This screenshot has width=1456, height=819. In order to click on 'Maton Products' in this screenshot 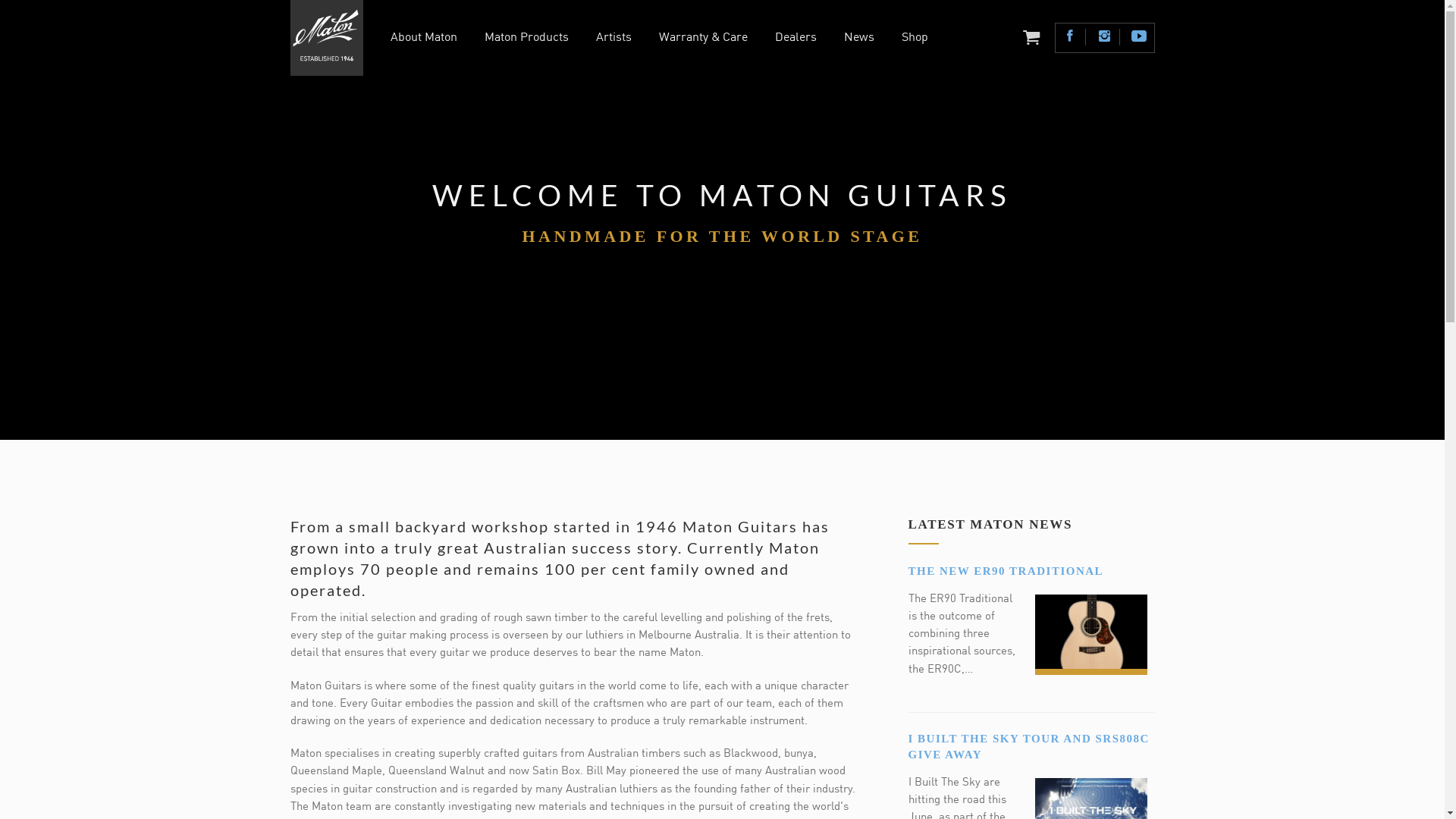, I will do `click(526, 38)`.